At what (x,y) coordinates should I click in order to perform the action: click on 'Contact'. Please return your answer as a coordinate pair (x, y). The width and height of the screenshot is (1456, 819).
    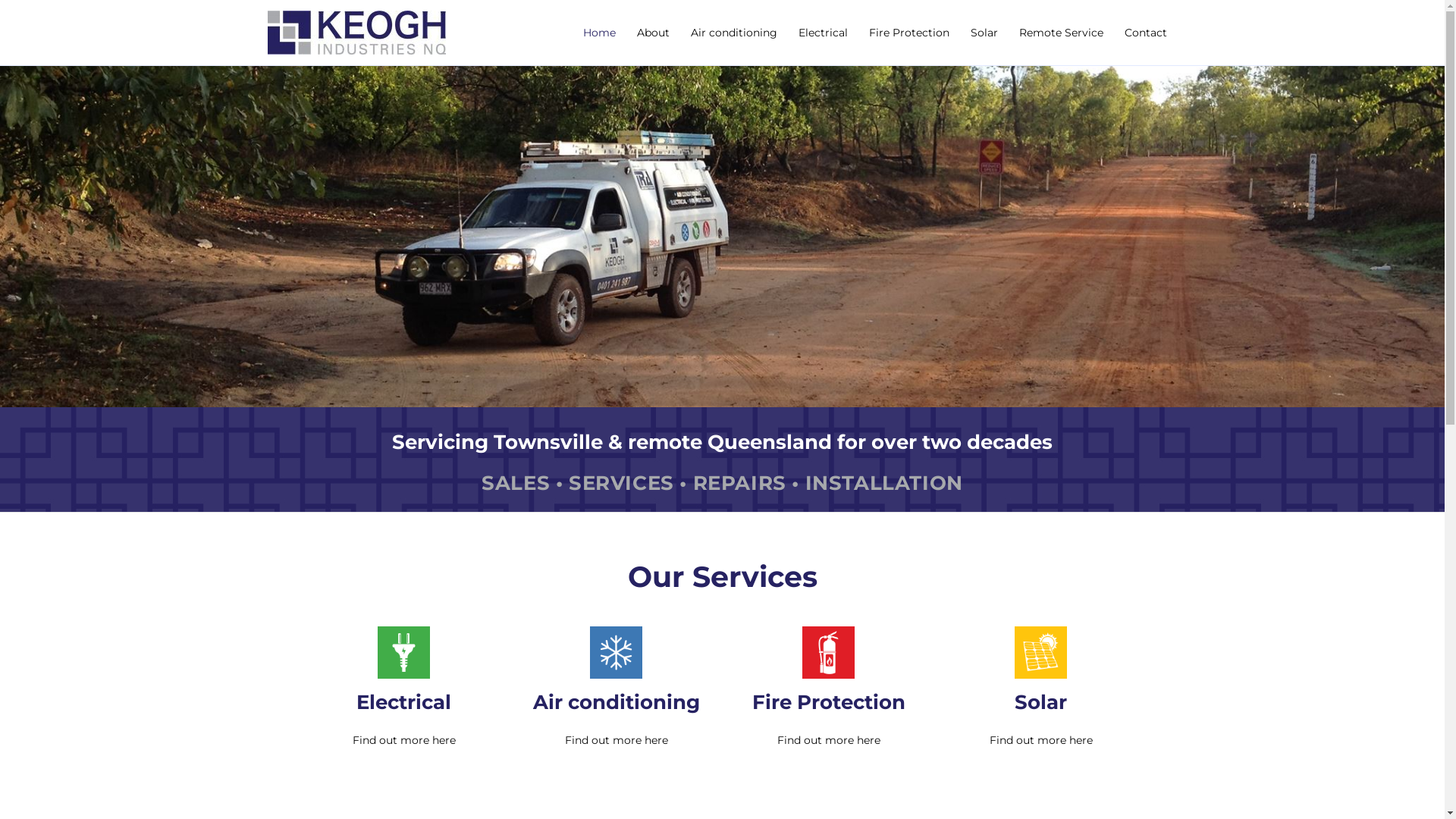
    Looking at the image, I should click on (1145, 32).